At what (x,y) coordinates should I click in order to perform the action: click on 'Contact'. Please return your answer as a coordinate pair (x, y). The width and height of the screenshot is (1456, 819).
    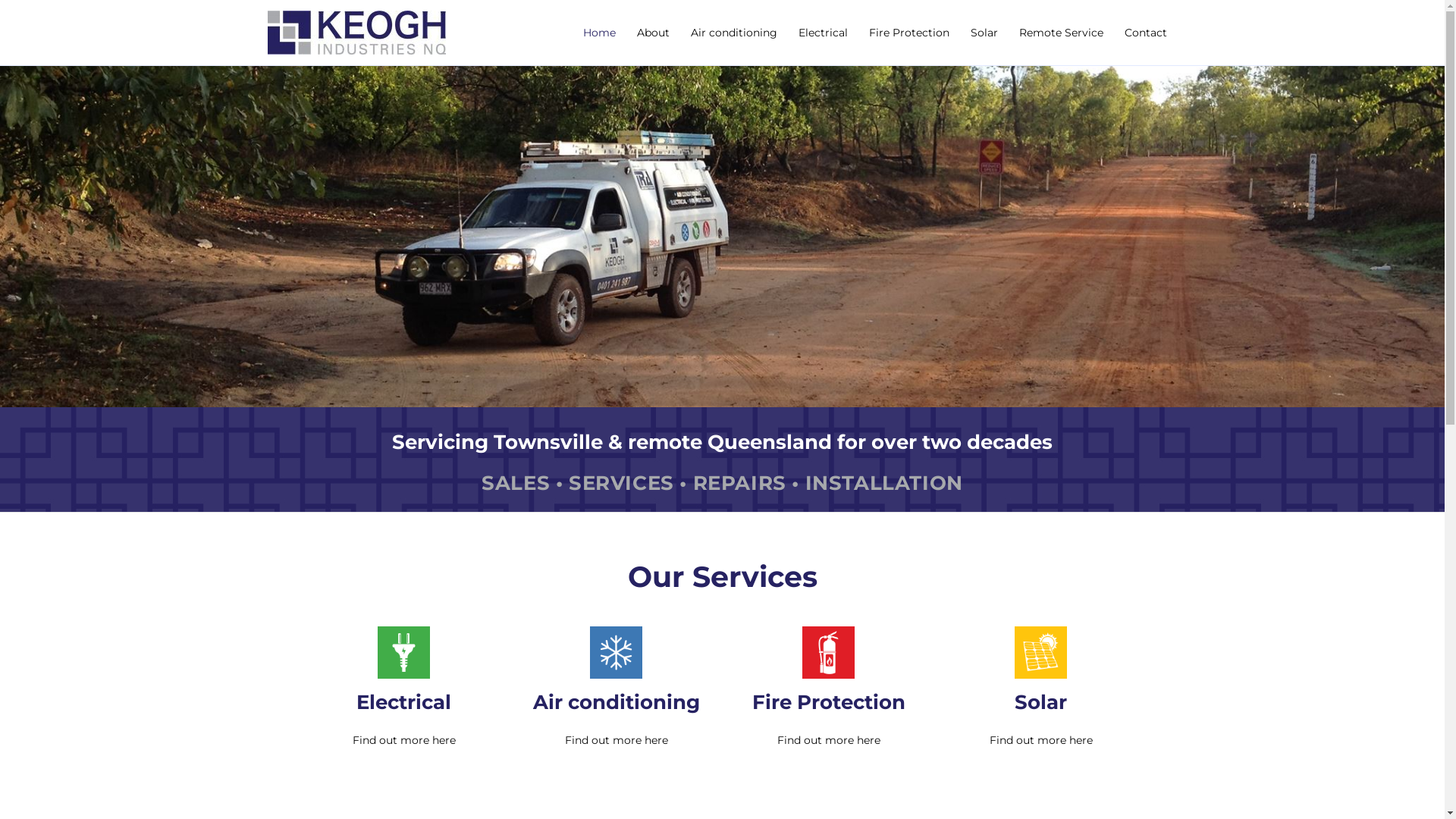
    Looking at the image, I should click on (1145, 32).